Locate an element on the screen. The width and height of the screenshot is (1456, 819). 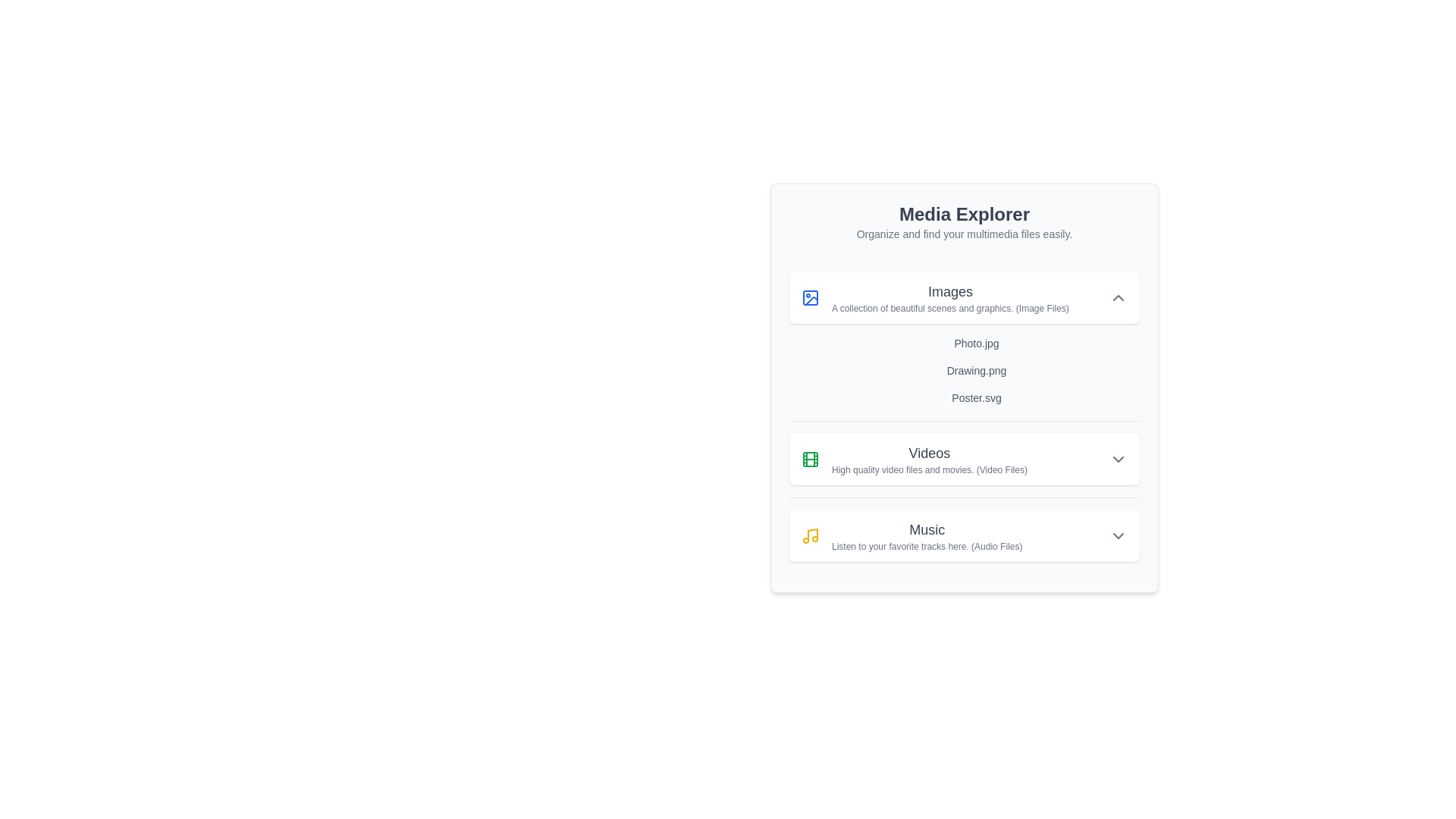
the text element that reads 'A collection of beautiful scenes and graphics. (Image Files)', which is located below the 'Images' label in the 'Media Explorer' section is located at coordinates (949, 308).